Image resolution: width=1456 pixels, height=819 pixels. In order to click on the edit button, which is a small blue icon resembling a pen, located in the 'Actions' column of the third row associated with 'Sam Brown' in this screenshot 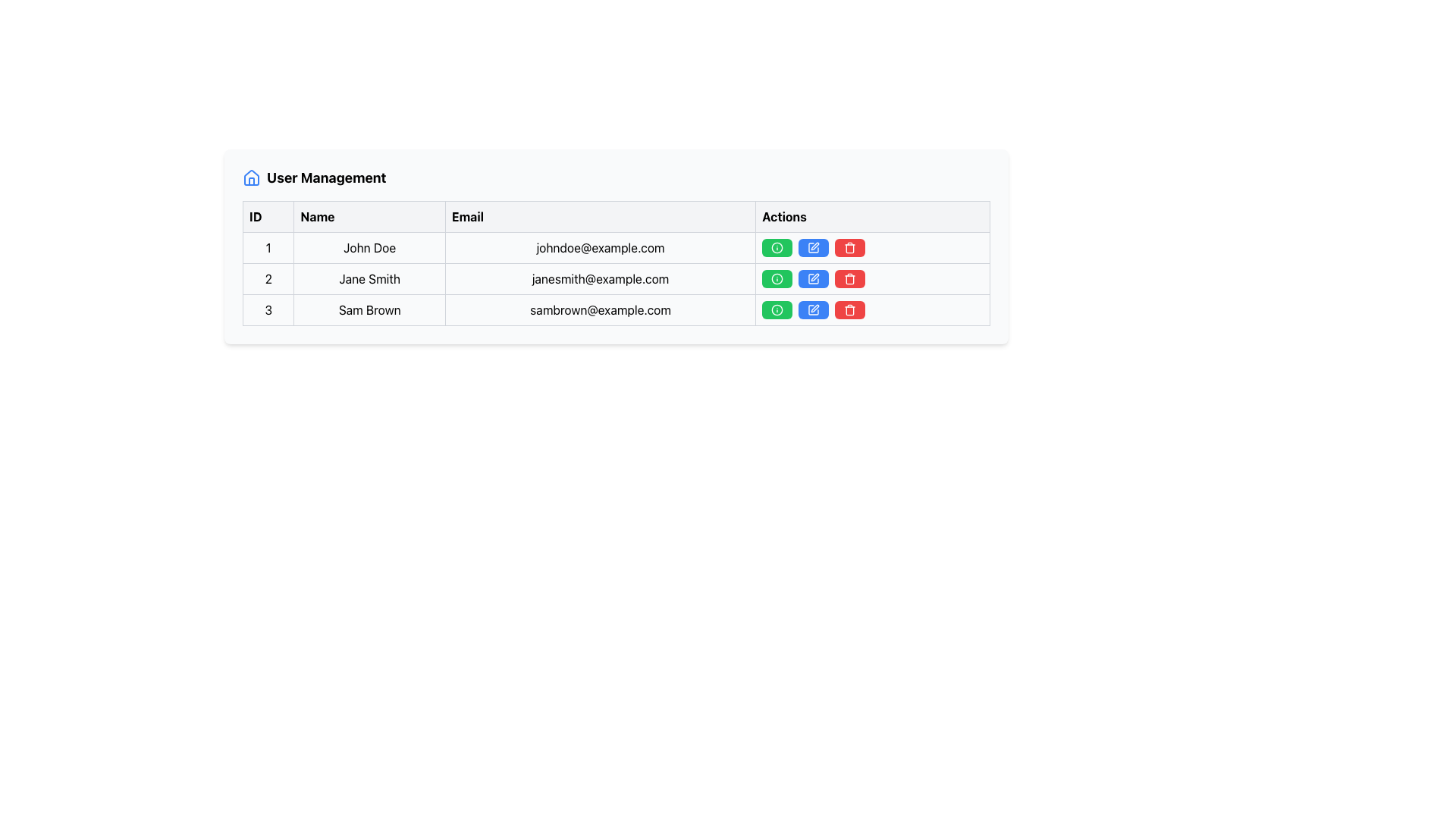, I will do `click(813, 309)`.